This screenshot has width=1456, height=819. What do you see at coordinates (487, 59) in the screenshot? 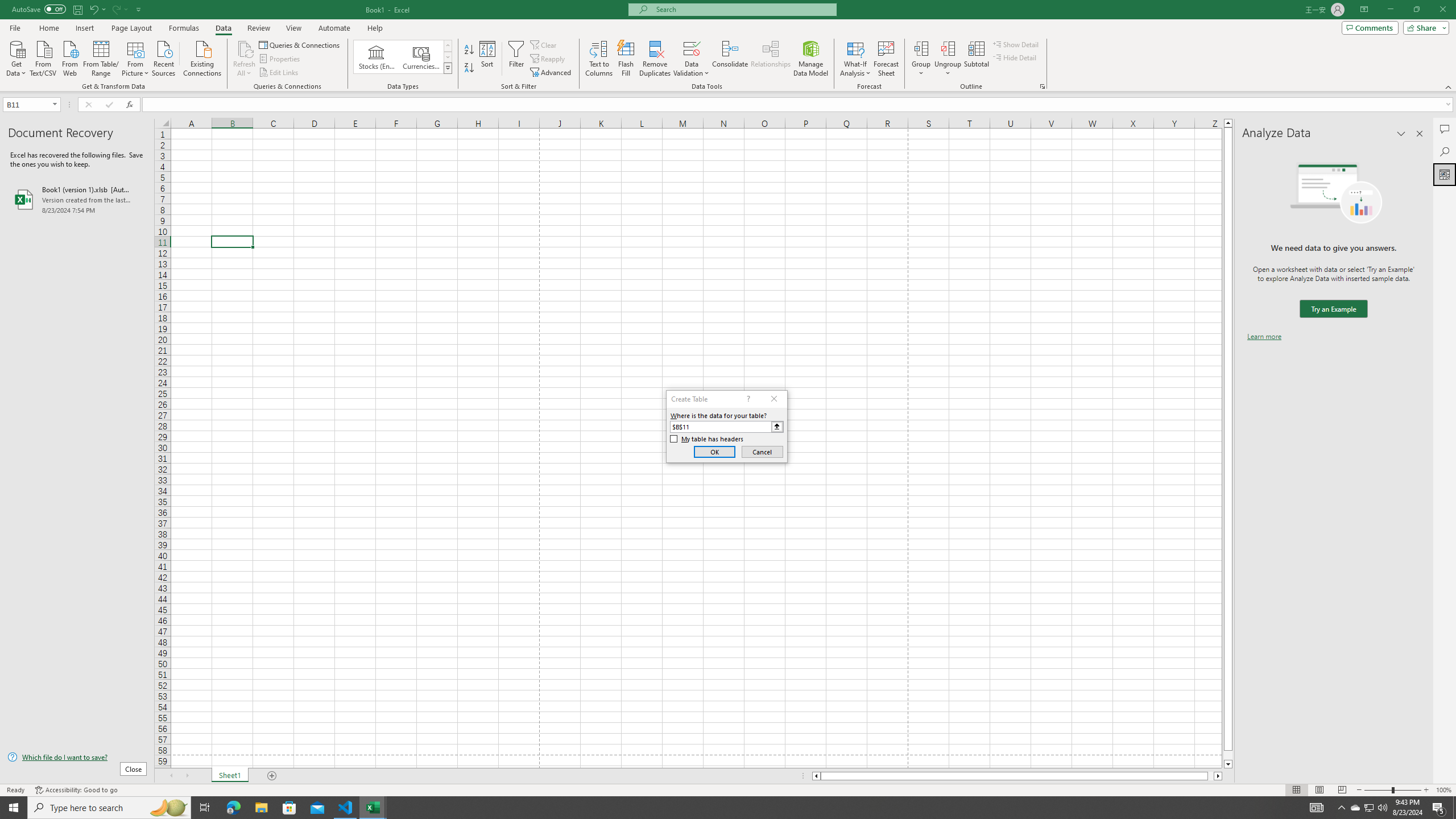
I see `'Sort...'` at bounding box center [487, 59].